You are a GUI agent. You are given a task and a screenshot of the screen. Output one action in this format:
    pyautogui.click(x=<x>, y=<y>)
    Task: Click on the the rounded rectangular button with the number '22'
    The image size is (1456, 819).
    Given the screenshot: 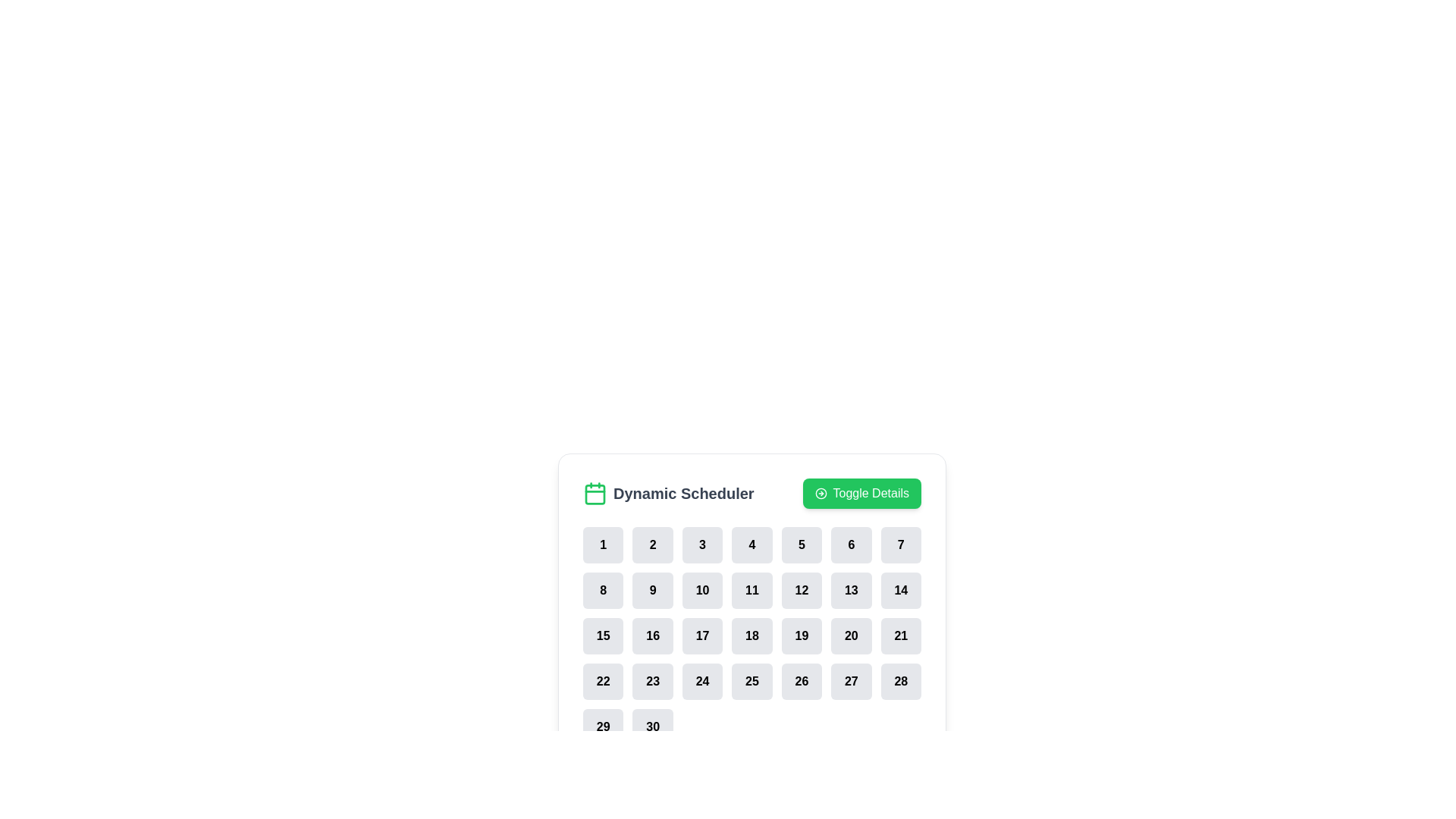 What is the action you would take?
    pyautogui.click(x=602, y=680)
    